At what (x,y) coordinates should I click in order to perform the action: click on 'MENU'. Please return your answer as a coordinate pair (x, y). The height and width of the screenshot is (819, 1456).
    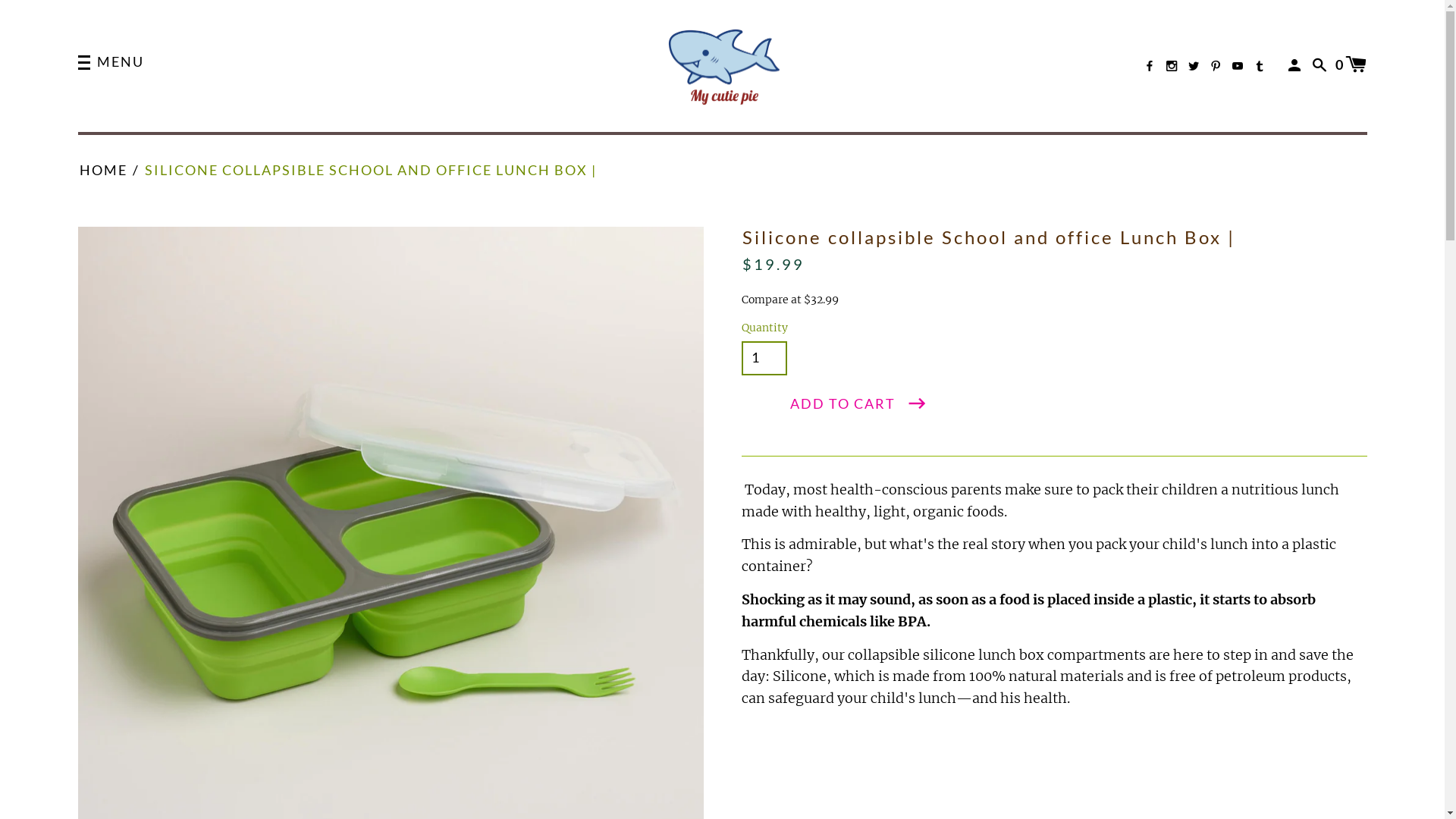
    Looking at the image, I should click on (109, 63).